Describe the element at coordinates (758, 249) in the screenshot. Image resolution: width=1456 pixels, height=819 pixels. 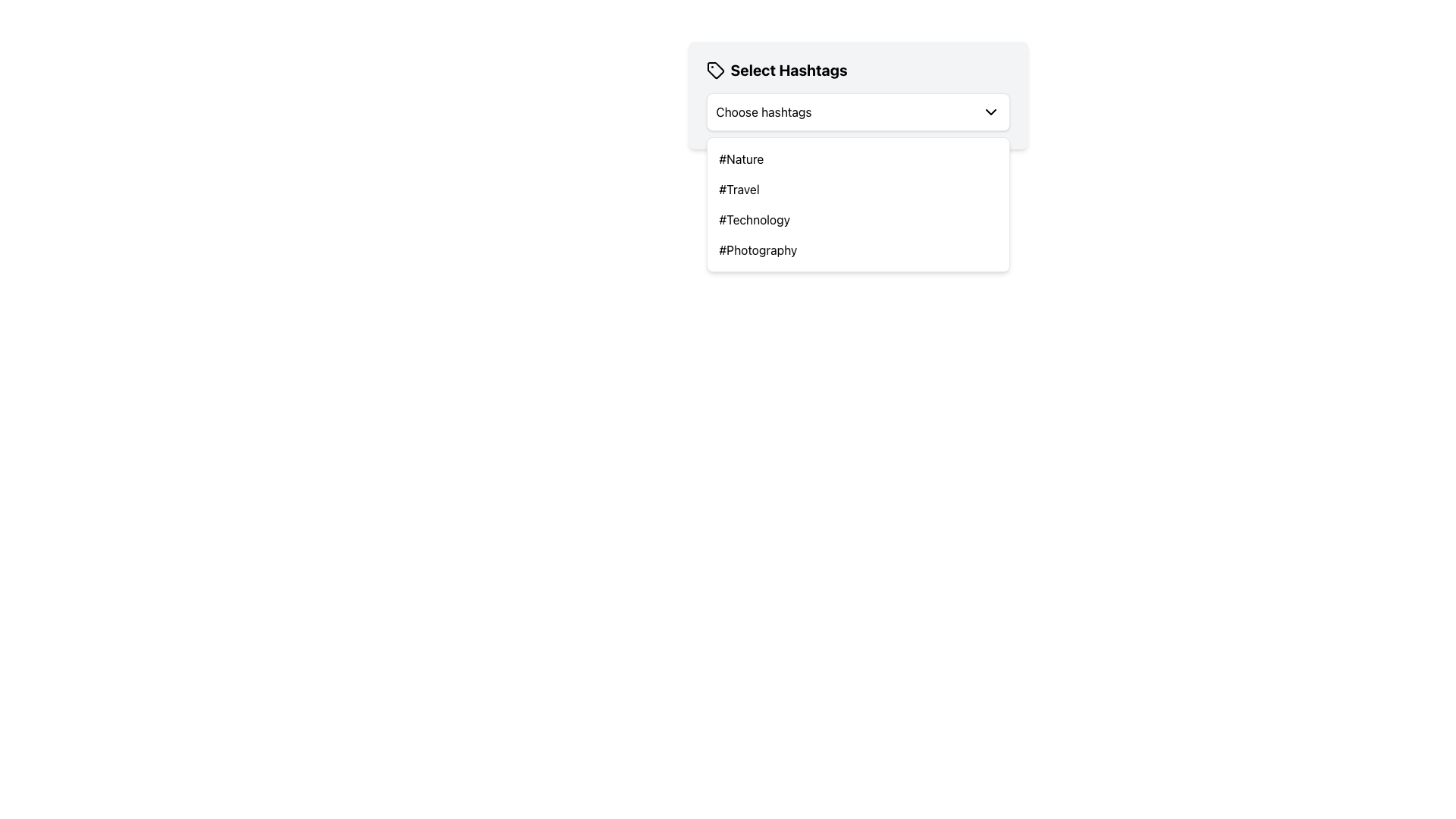
I see `the fourth option in the hashtags dropdown menu` at that location.